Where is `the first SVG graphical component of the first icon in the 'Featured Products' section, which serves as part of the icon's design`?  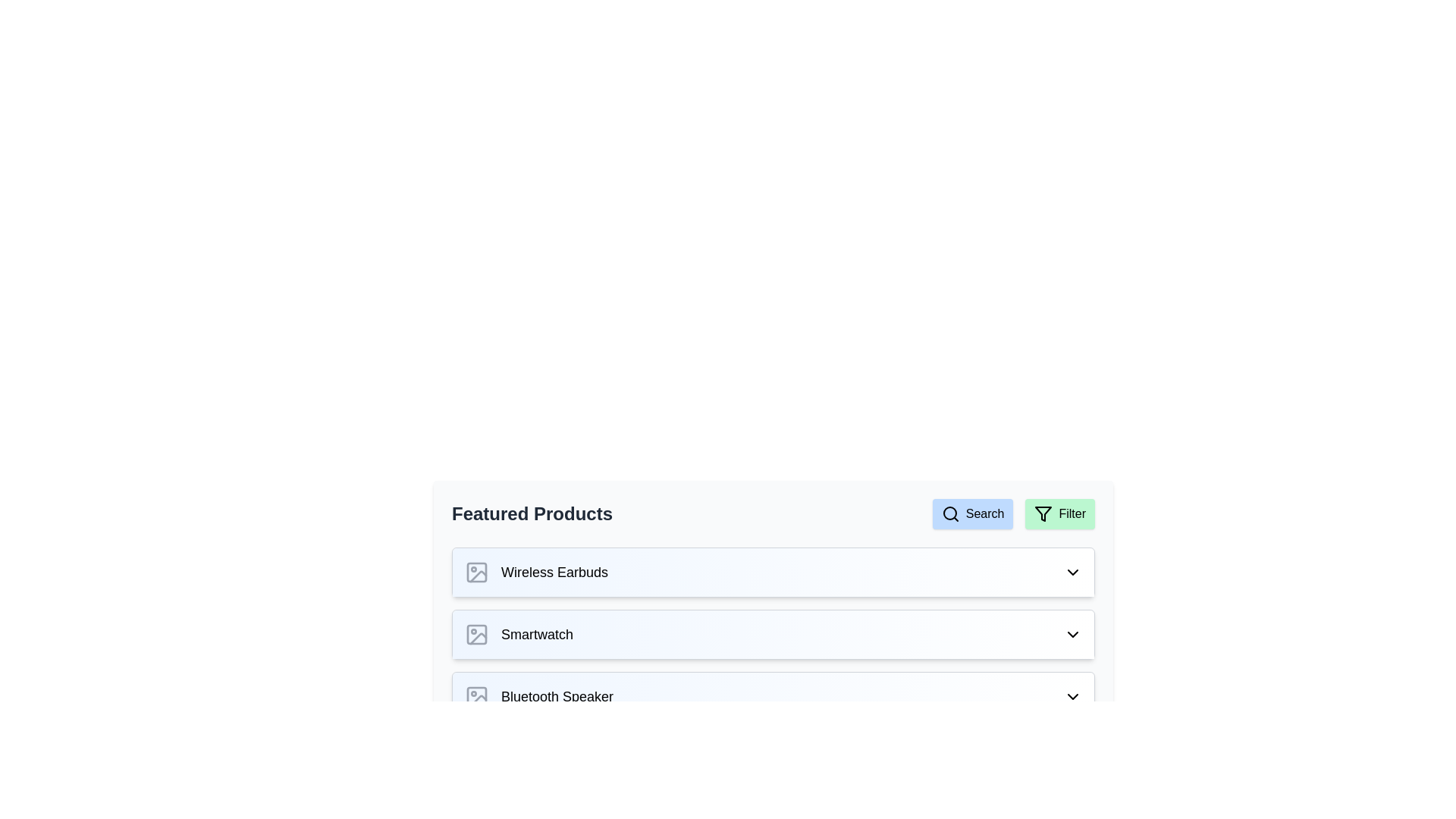 the first SVG graphical component of the first icon in the 'Featured Products' section, which serves as part of the icon's design is located at coordinates (475, 573).